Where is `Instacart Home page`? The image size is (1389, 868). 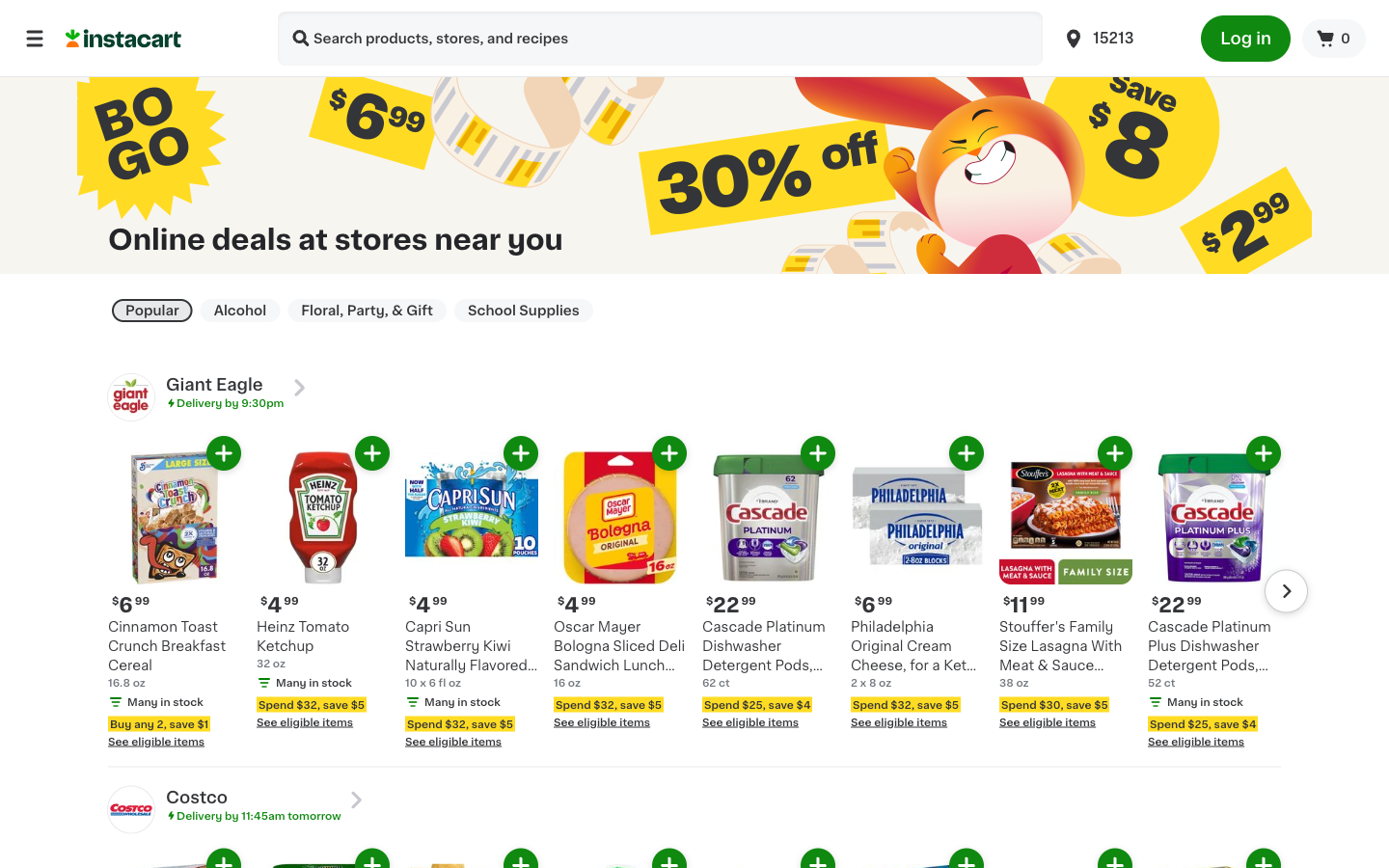
Instacart Home page is located at coordinates (159, 37).